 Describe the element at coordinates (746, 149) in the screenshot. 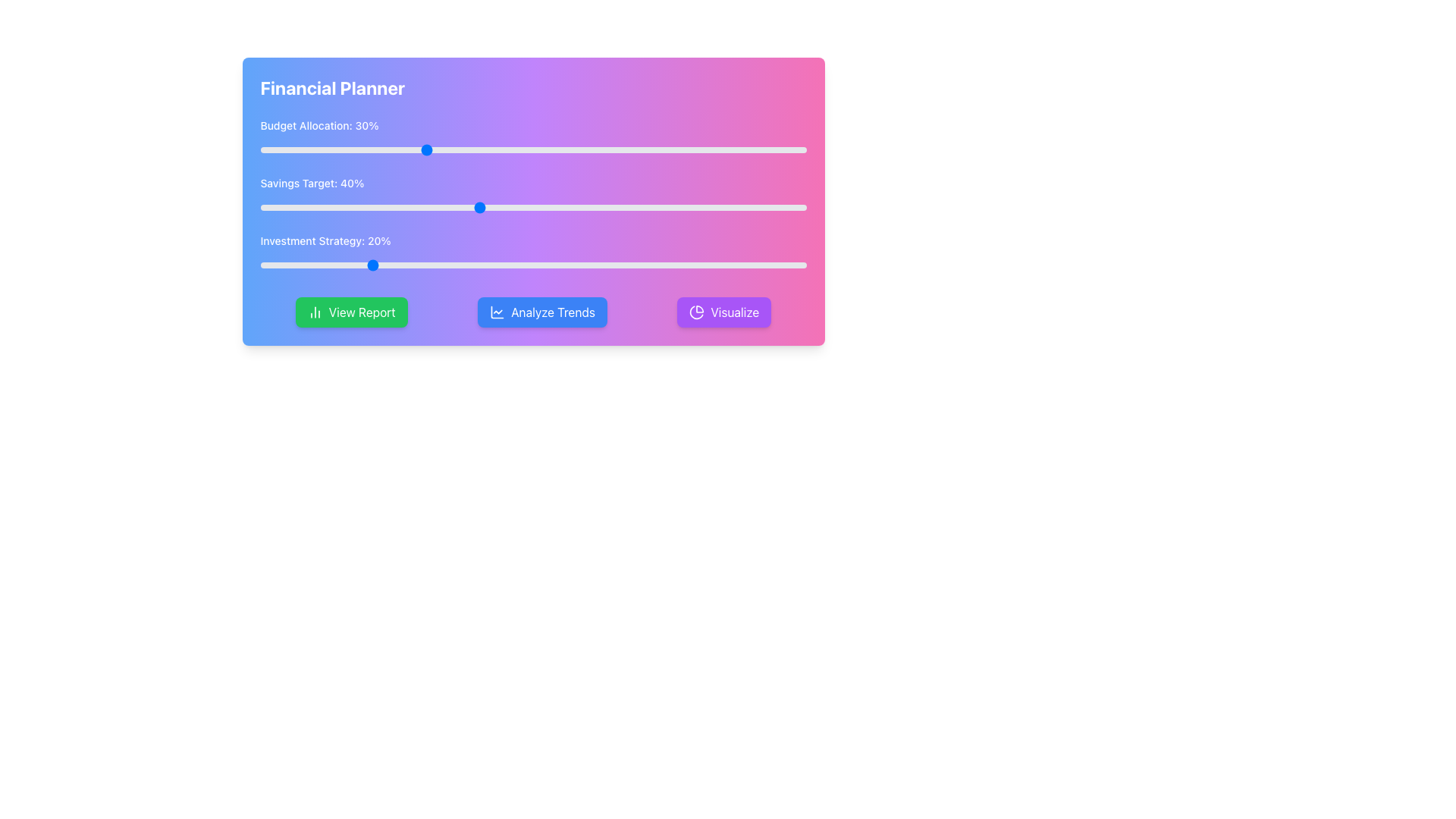

I see `the budget allocation slider` at that location.